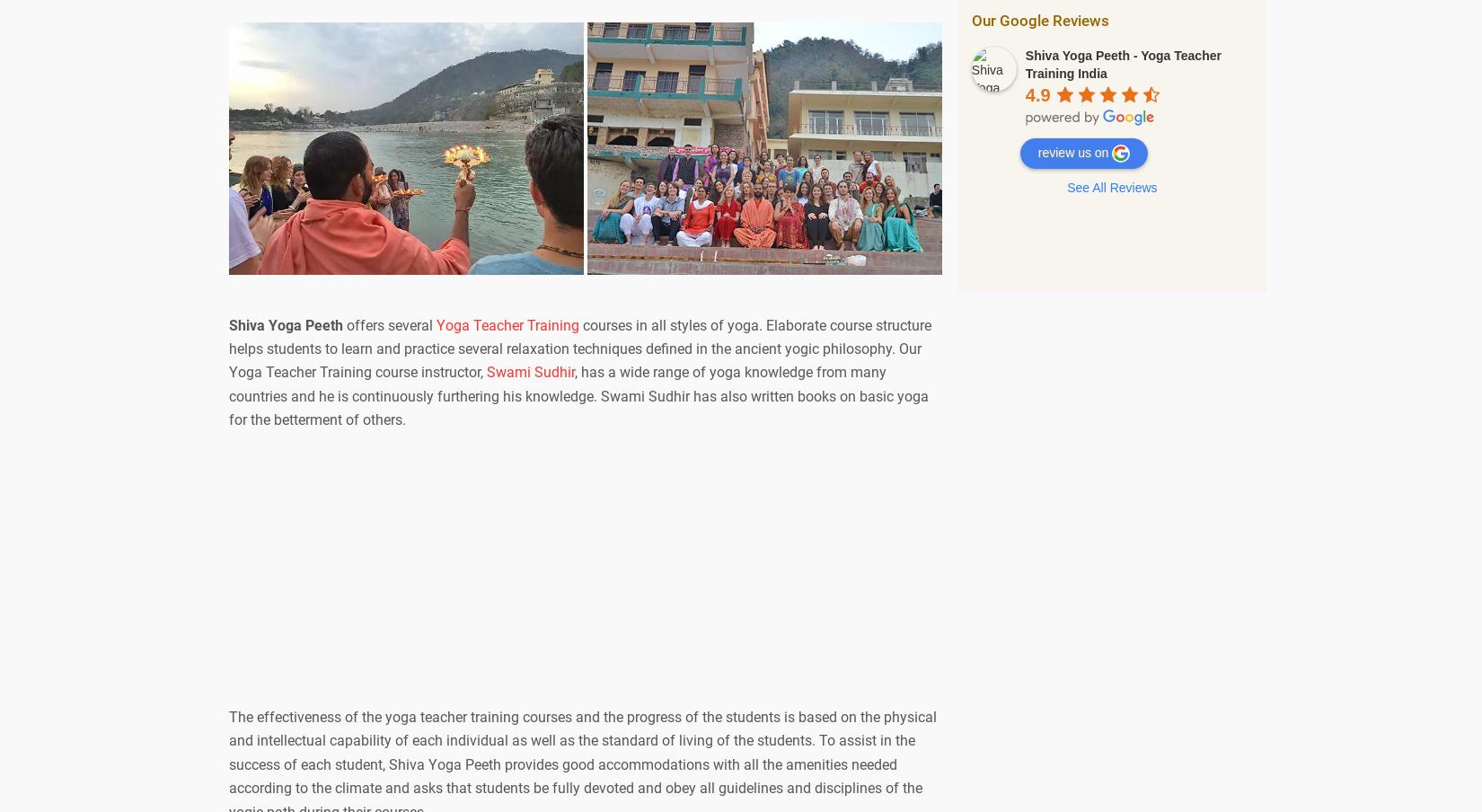 The image size is (1482, 812). What do you see at coordinates (286, 323) in the screenshot?
I see `'Shiva Yoga Peeth'` at bounding box center [286, 323].